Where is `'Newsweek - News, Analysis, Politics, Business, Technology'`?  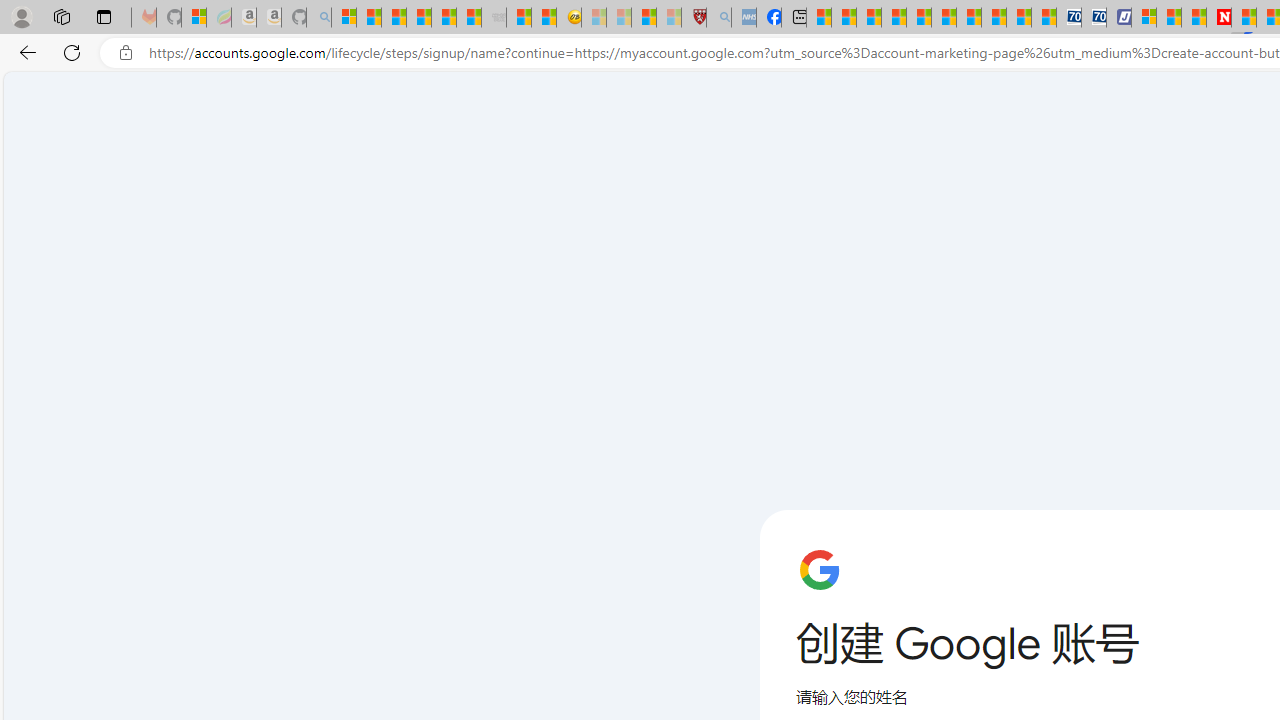 'Newsweek - News, Analysis, Politics, Business, Technology' is located at coordinates (1218, 17).